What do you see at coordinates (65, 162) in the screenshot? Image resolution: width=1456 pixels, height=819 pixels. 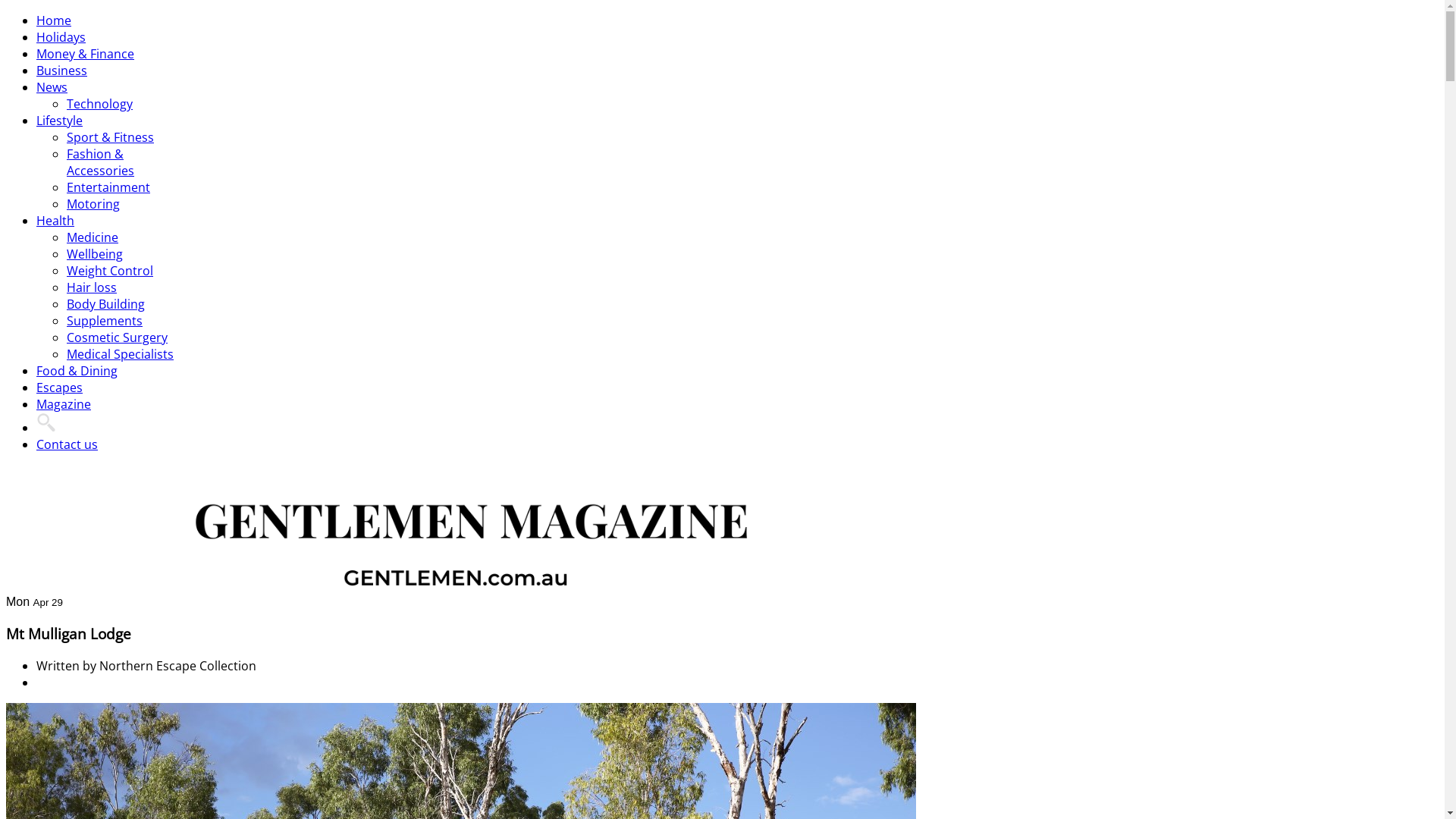 I see `'Fashion & Accessories'` at bounding box center [65, 162].